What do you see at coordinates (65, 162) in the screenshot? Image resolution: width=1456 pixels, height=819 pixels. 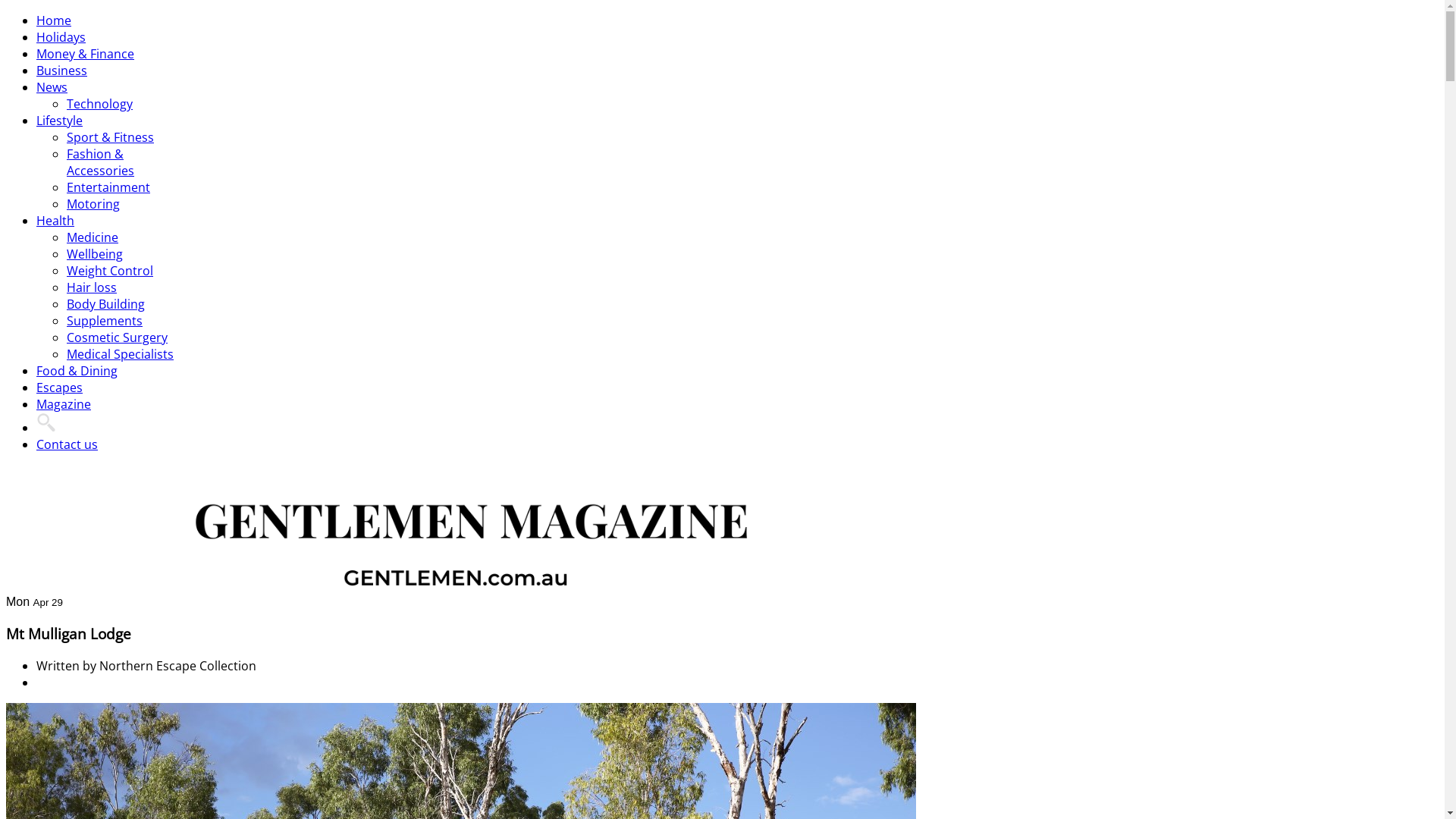 I see `'Fashion & Accessories'` at bounding box center [65, 162].